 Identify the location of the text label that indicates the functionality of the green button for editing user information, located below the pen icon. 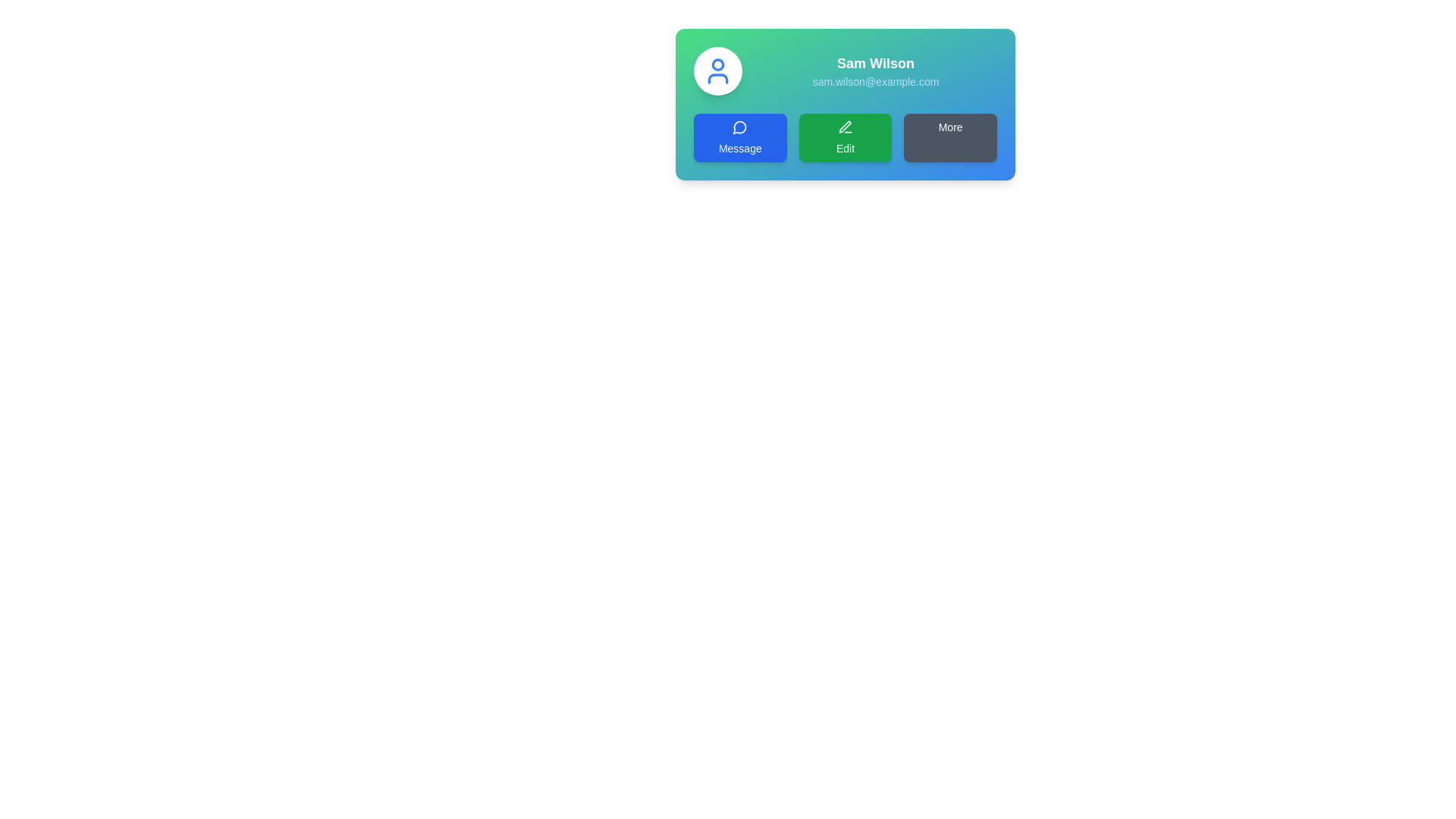
(844, 149).